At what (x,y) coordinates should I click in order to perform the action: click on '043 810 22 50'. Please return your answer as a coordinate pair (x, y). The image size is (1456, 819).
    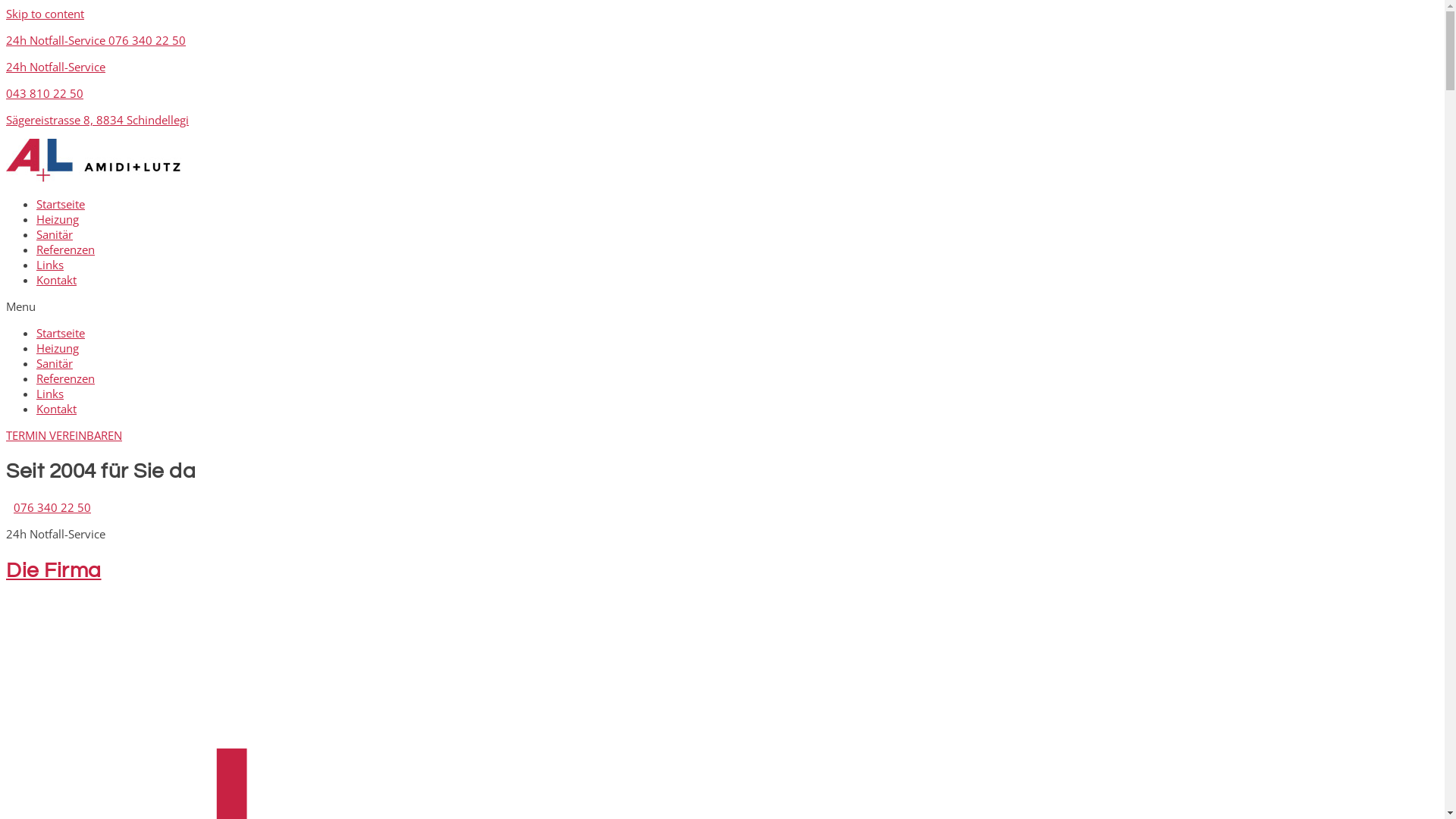
    Looking at the image, I should click on (44, 93).